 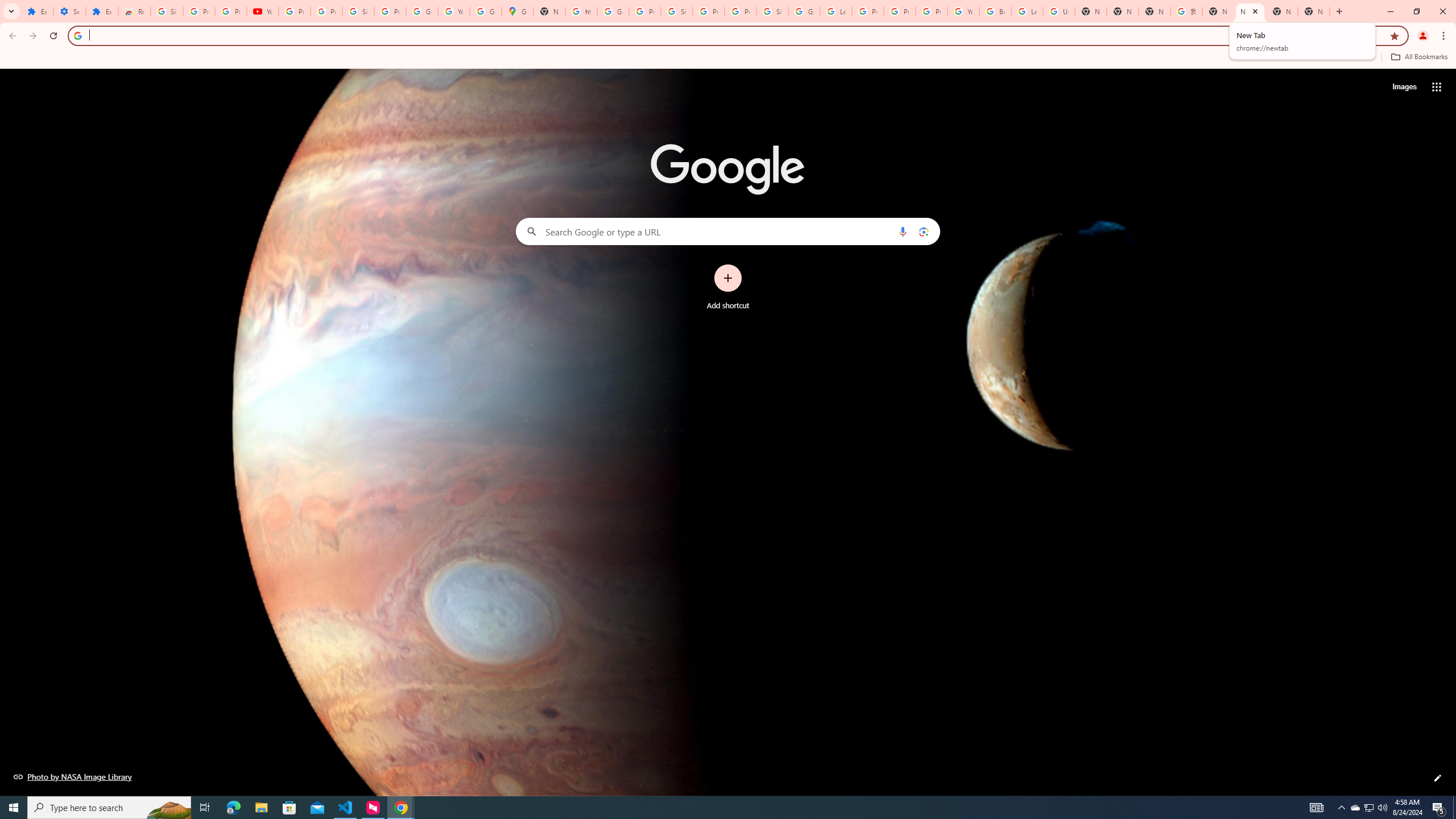 I want to click on 'Google Account', so click(x=421, y=11).